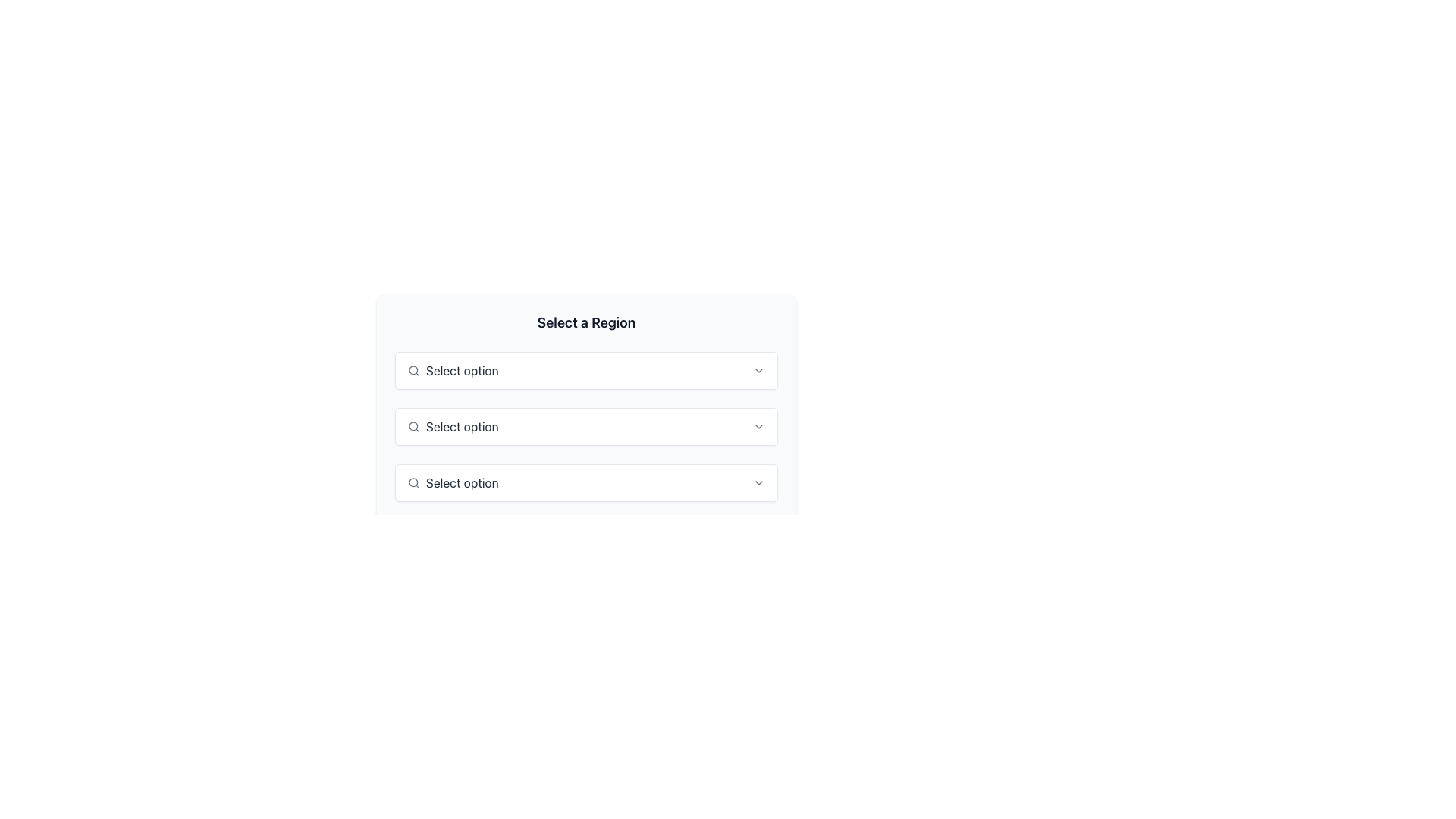 This screenshot has width=1456, height=819. I want to click on the Dropdown menu located under the 'Select a Region' section, which is the first in a vertical stack of similar dropdown menus, so click(585, 371).